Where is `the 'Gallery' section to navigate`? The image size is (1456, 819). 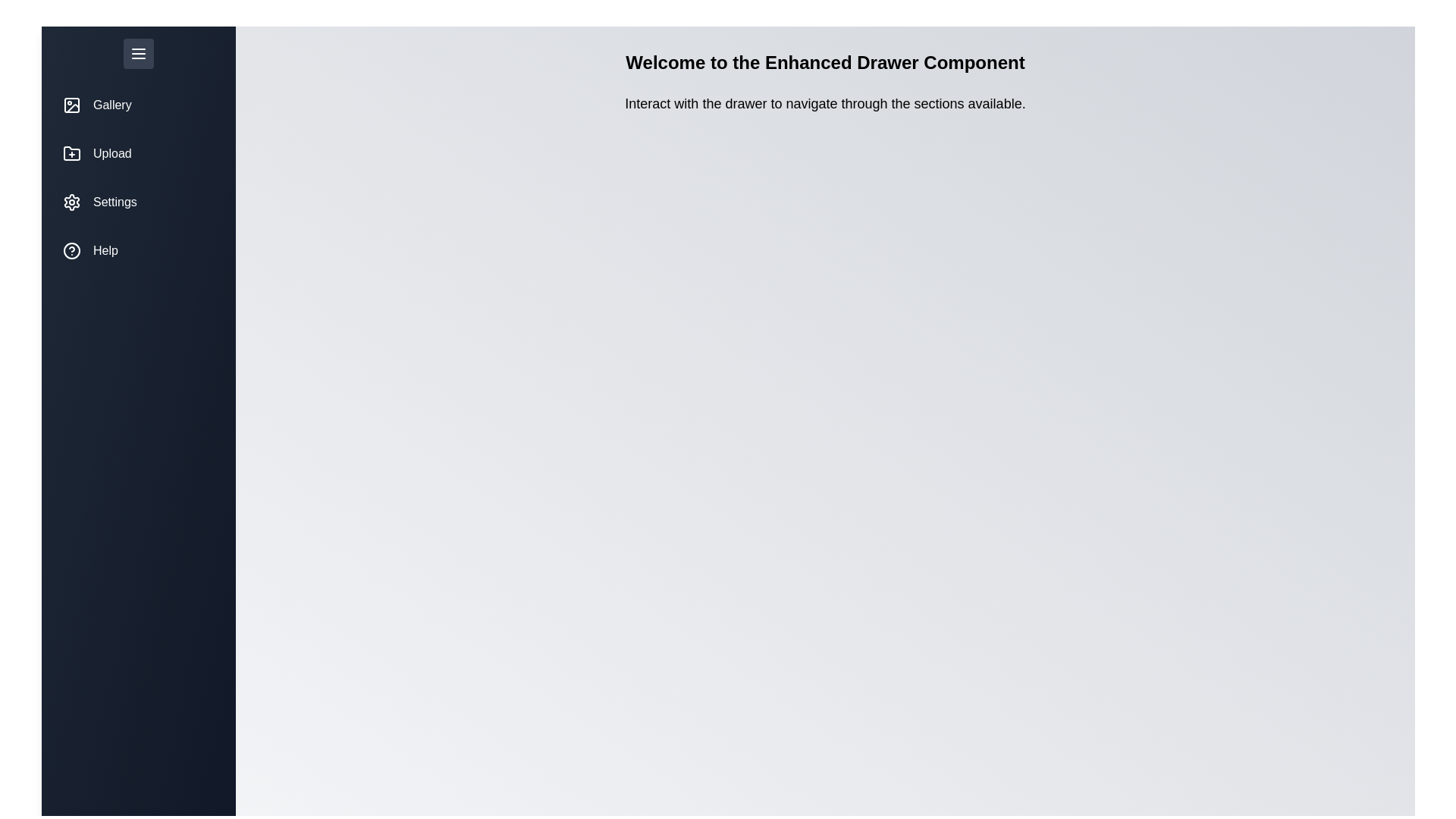 the 'Gallery' section to navigate is located at coordinates (138, 104).